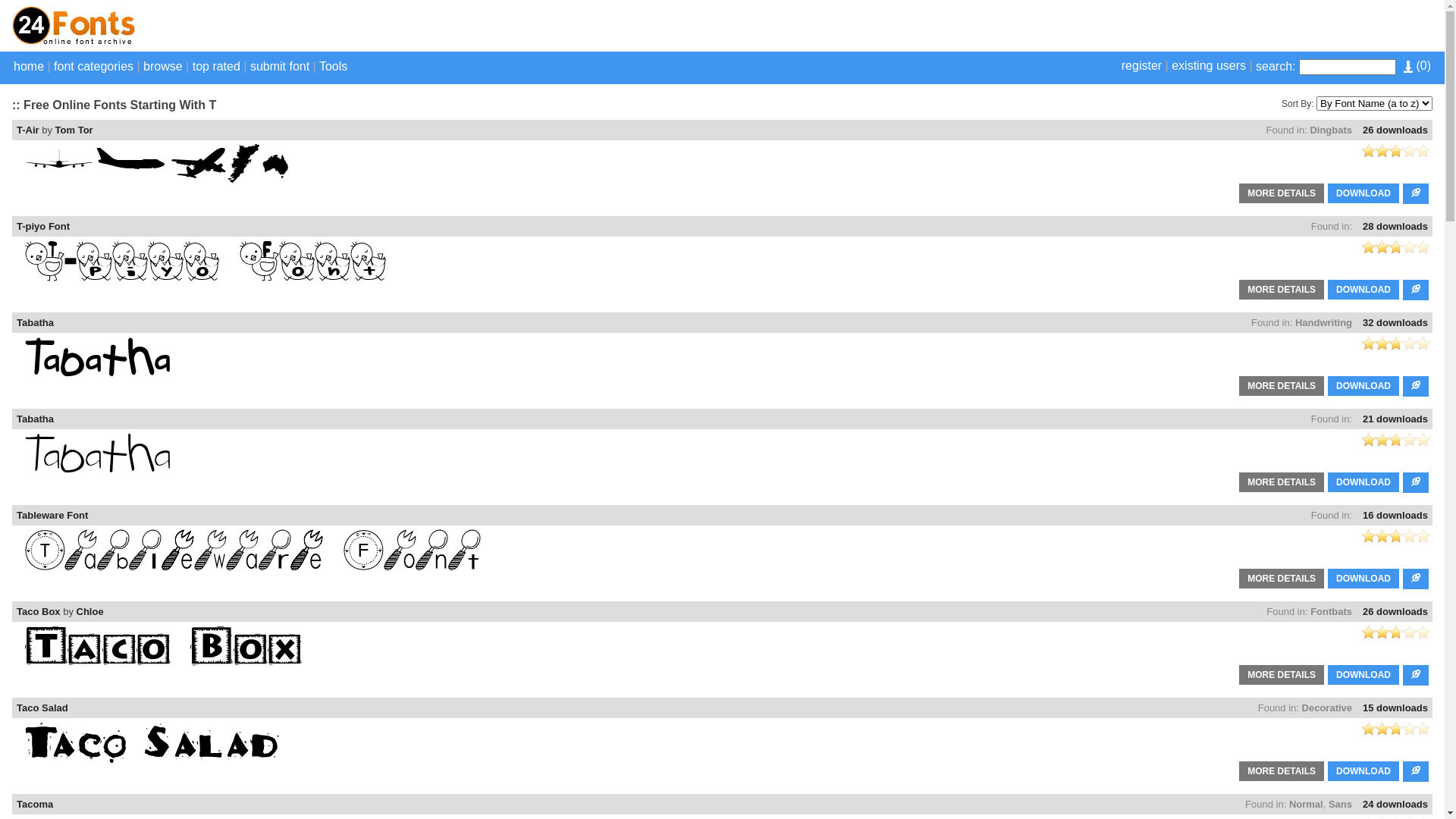  I want to click on 'Sans', so click(1328, 803).